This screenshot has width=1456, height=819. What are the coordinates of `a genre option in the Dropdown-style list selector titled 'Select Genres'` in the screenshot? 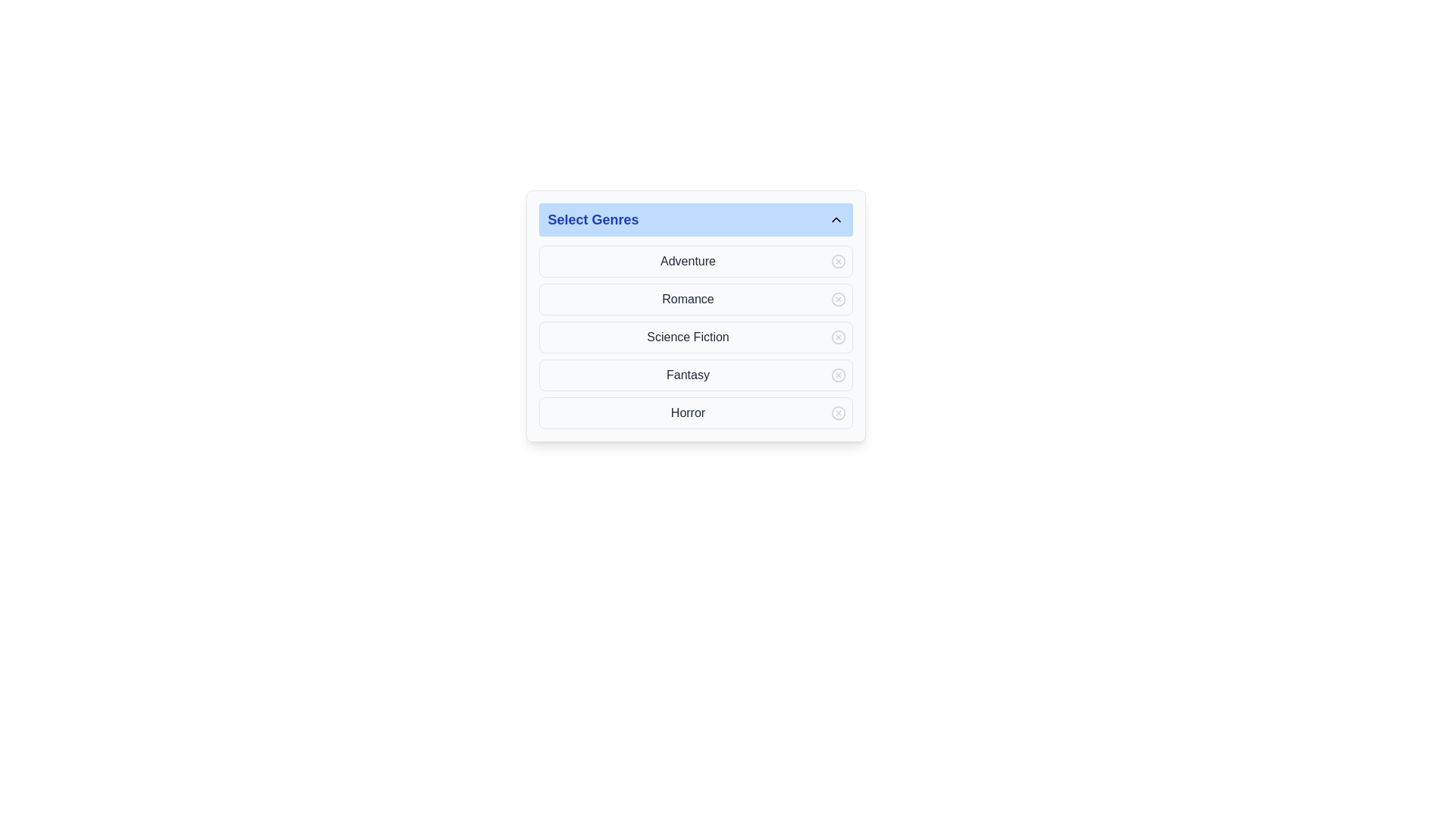 It's located at (695, 315).